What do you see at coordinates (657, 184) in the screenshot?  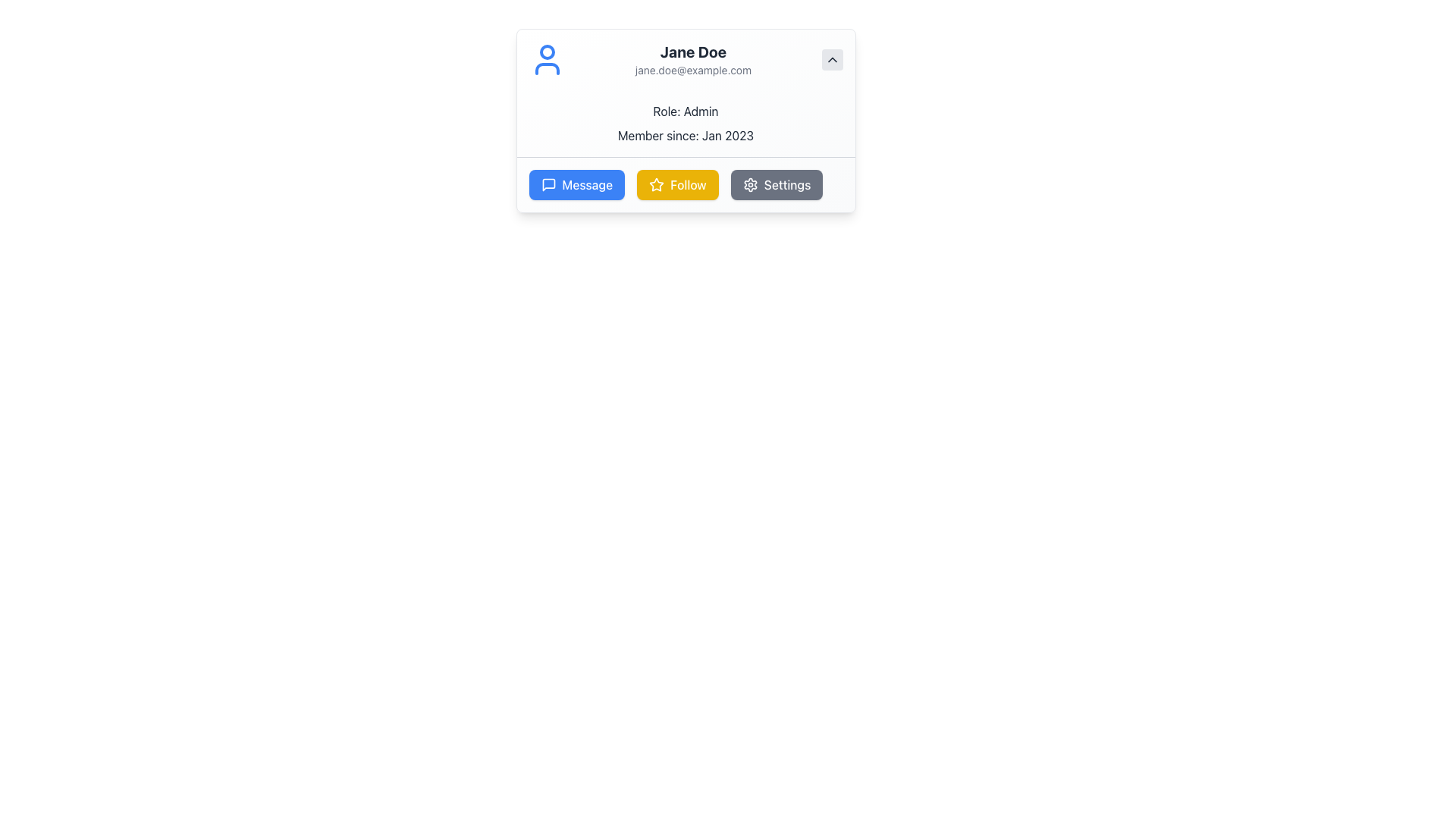 I see `the decorative icon inside the yellow 'Follow' button, which is centrally positioned and signifies the button's action` at bounding box center [657, 184].